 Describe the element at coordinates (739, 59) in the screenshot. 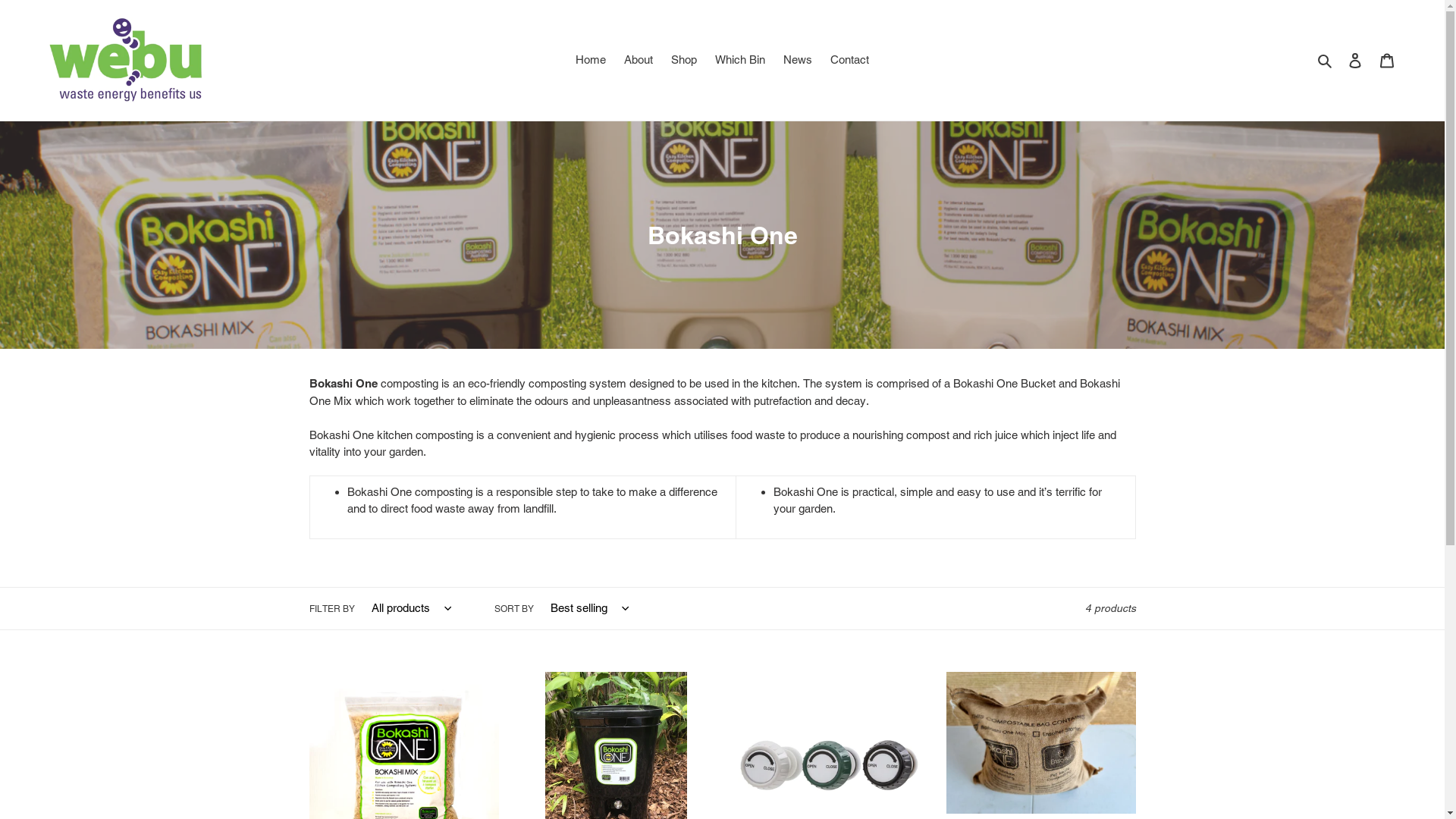

I see `'Which Bin'` at that location.